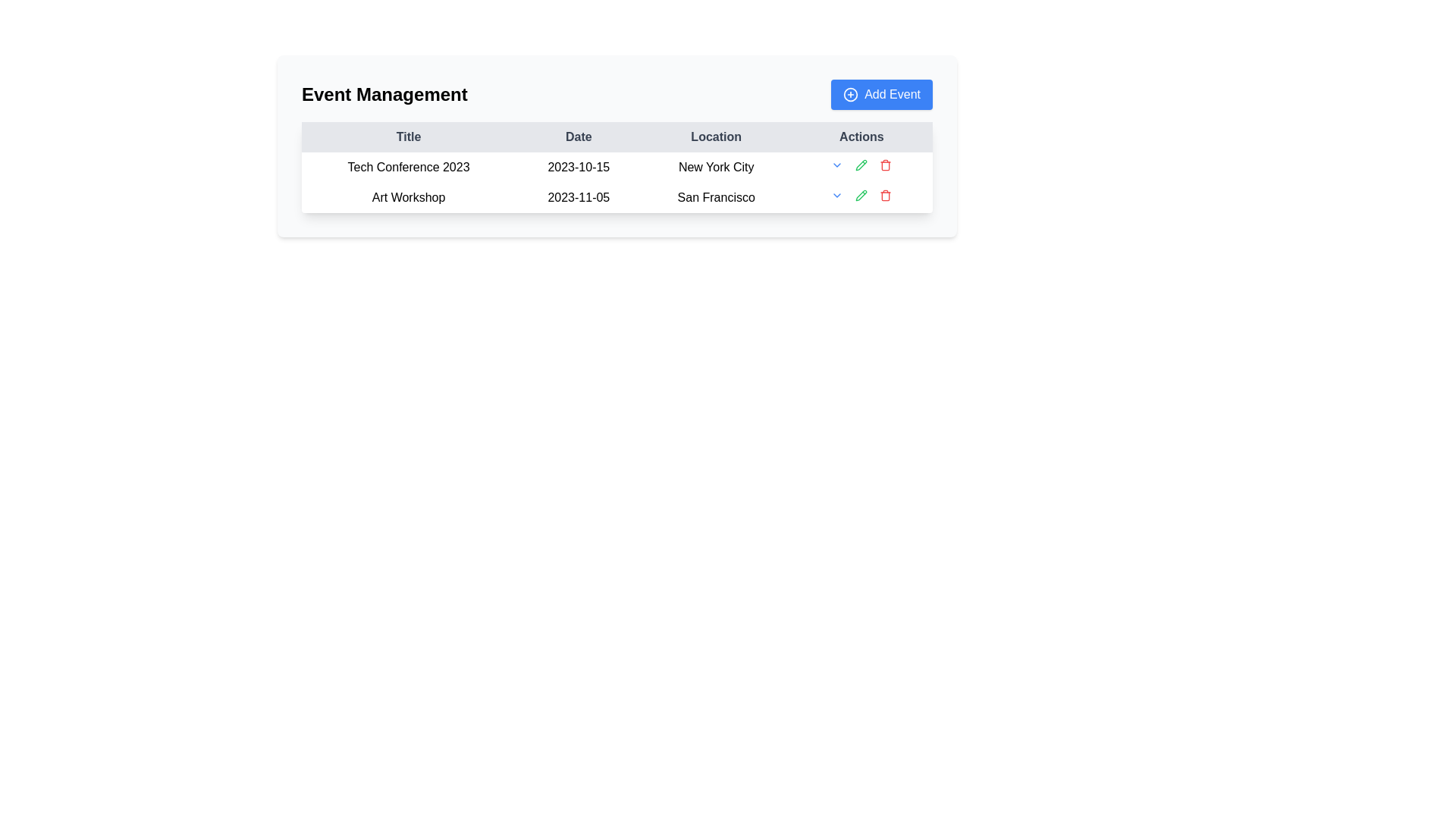  I want to click on the garbage bin icon located in the 'Actions' column of the second row in the 'Event Management' table, so click(886, 196).